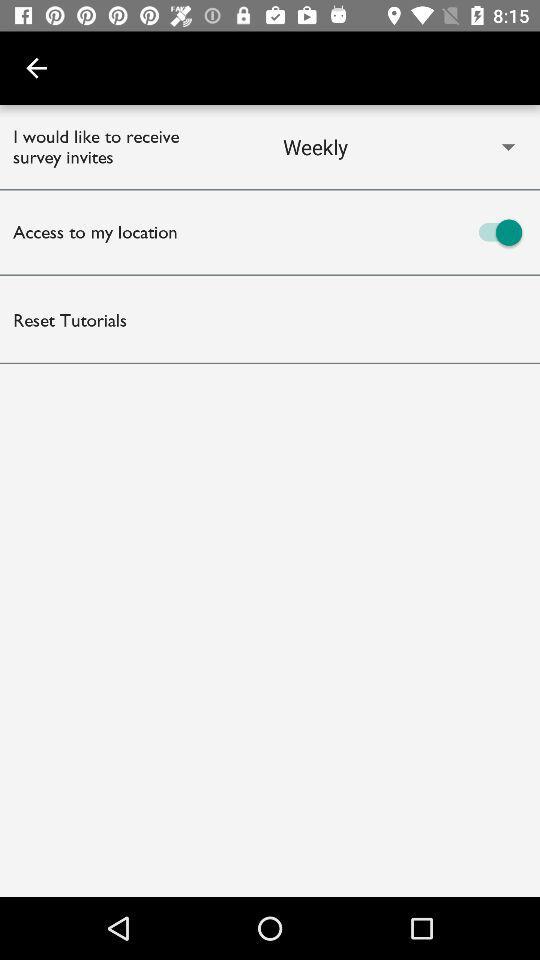 The width and height of the screenshot is (540, 960). I want to click on location access option, so click(405, 232).